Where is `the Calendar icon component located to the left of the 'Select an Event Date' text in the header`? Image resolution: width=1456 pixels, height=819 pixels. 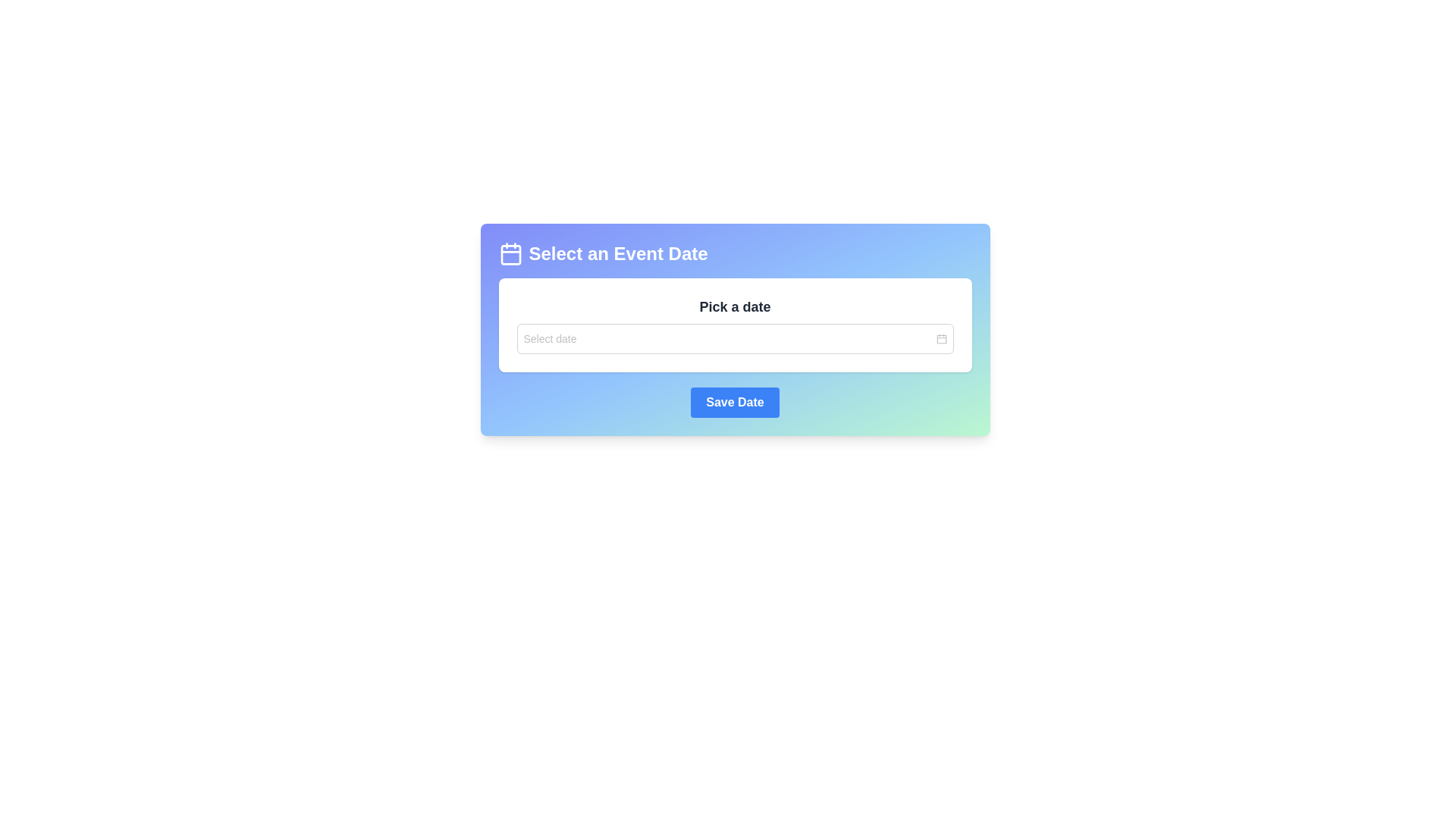
the Calendar icon component located to the left of the 'Select an Event Date' text in the header is located at coordinates (510, 254).